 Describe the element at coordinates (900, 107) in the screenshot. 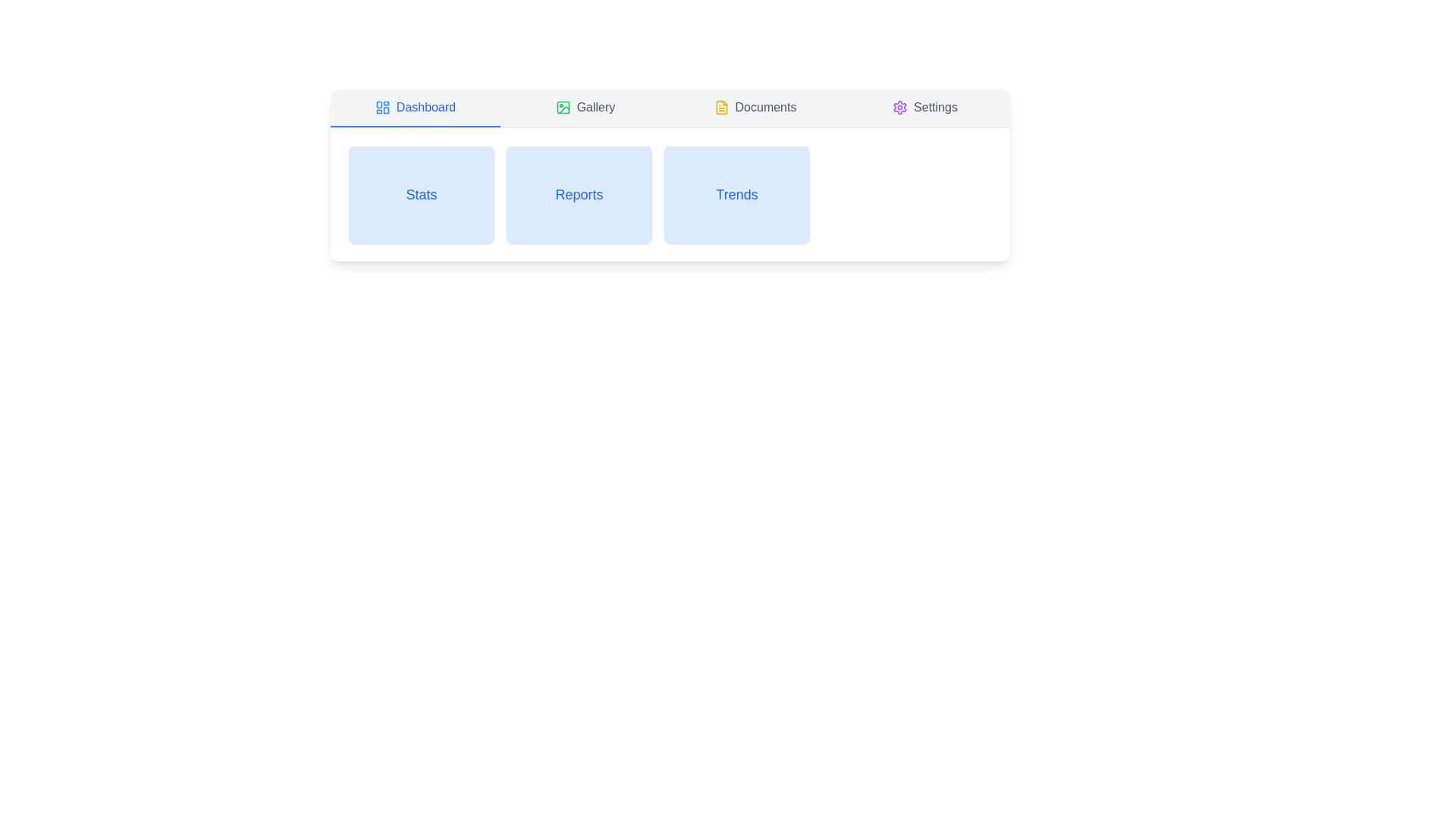

I see `the cogwheel icon button for navigation located` at that location.